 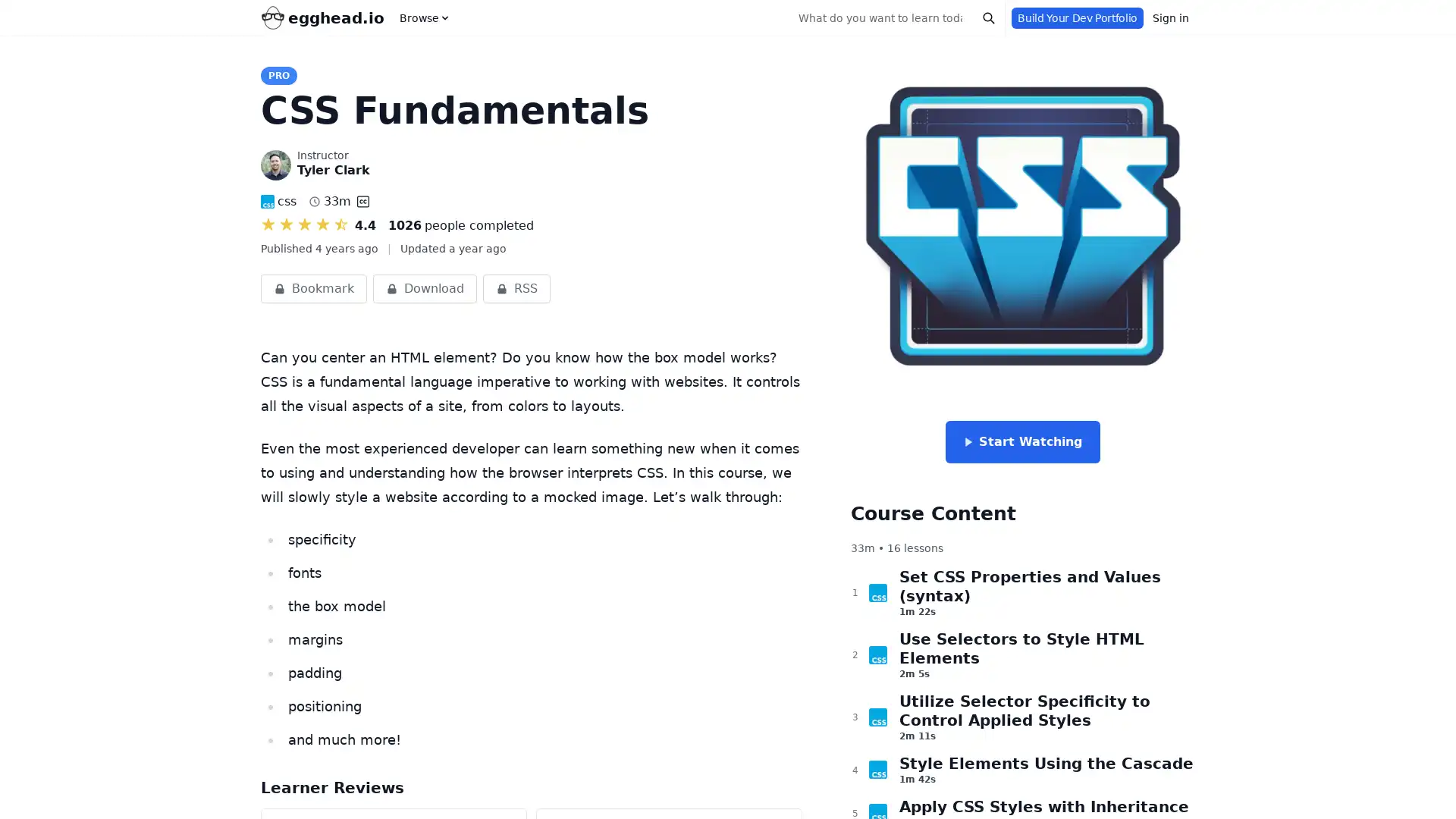 I want to click on Bookmark, so click(x=312, y=288).